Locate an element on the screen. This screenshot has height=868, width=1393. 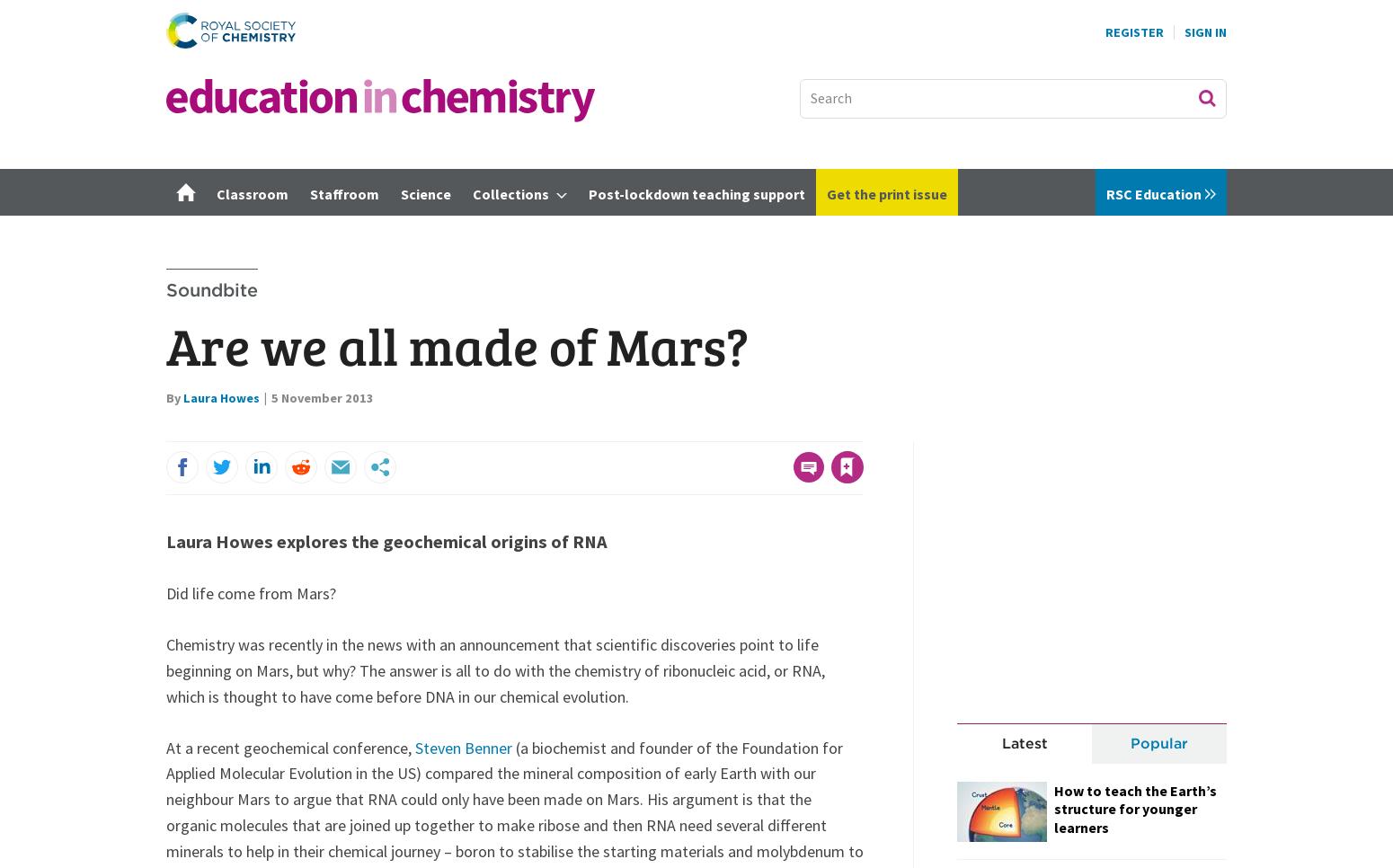
'Did life come from Mars?' is located at coordinates (251, 593).